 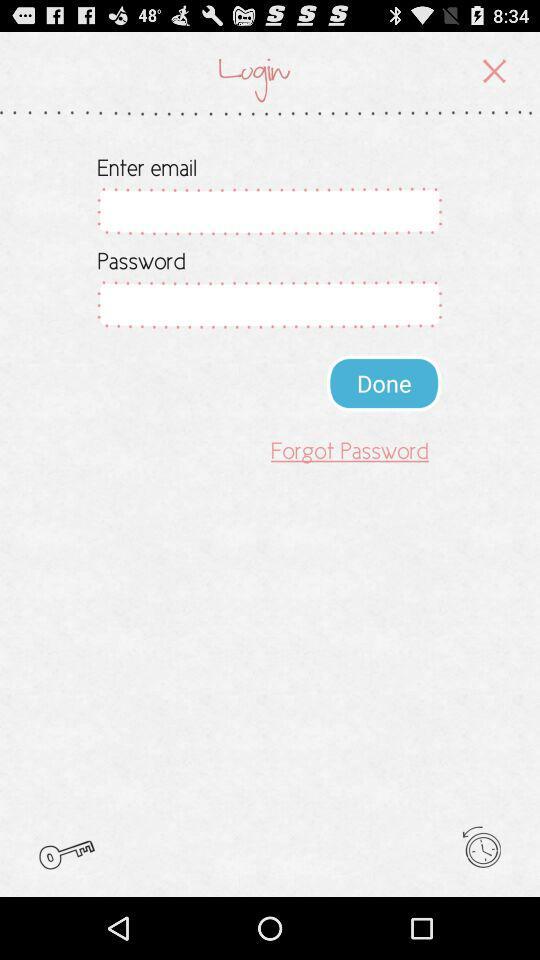 What do you see at coordinates (384, 382) in the screenshot?
I see `the done icon` at bounding box center [384, 382].